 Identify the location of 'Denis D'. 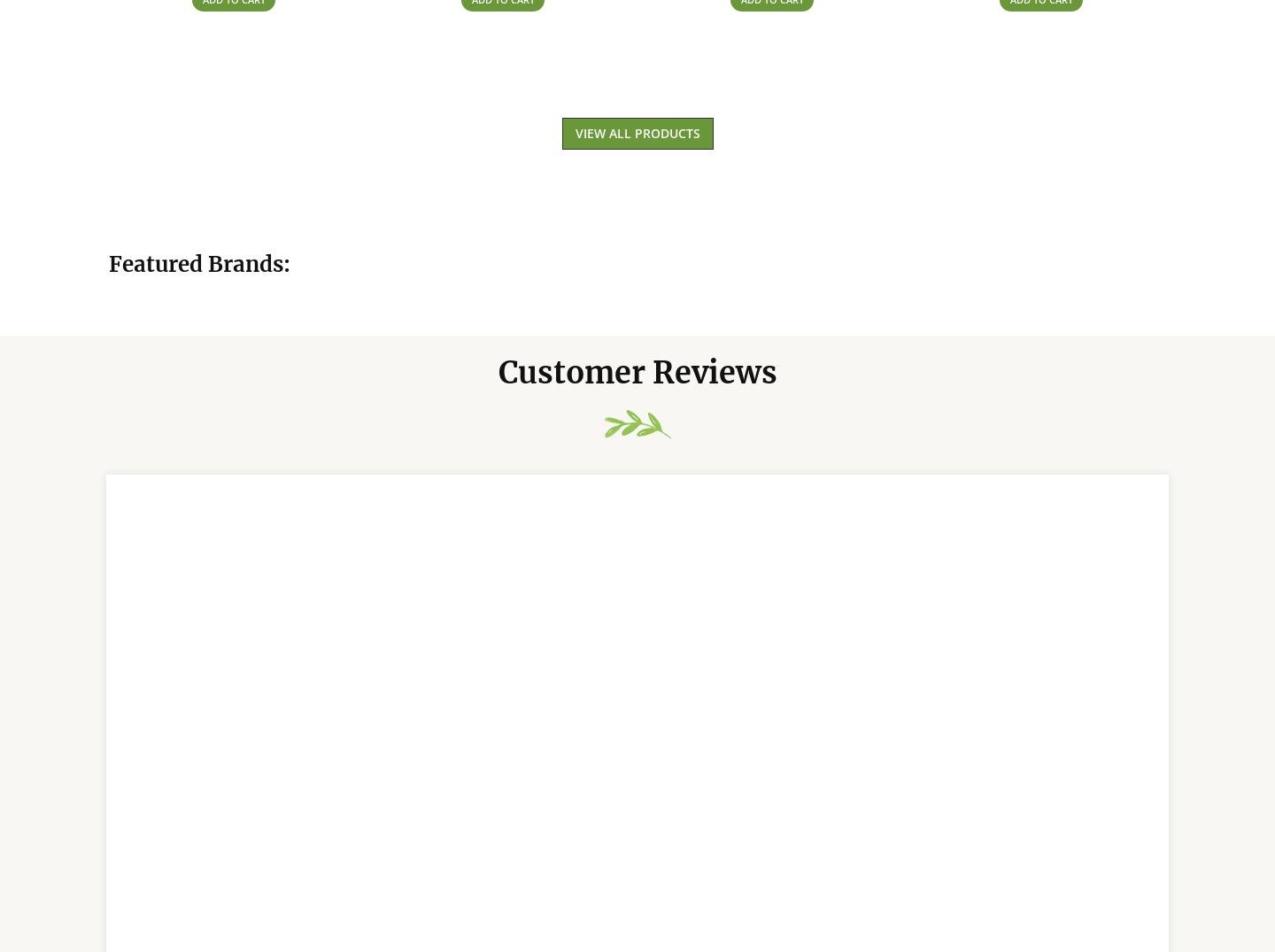
(167, 924).